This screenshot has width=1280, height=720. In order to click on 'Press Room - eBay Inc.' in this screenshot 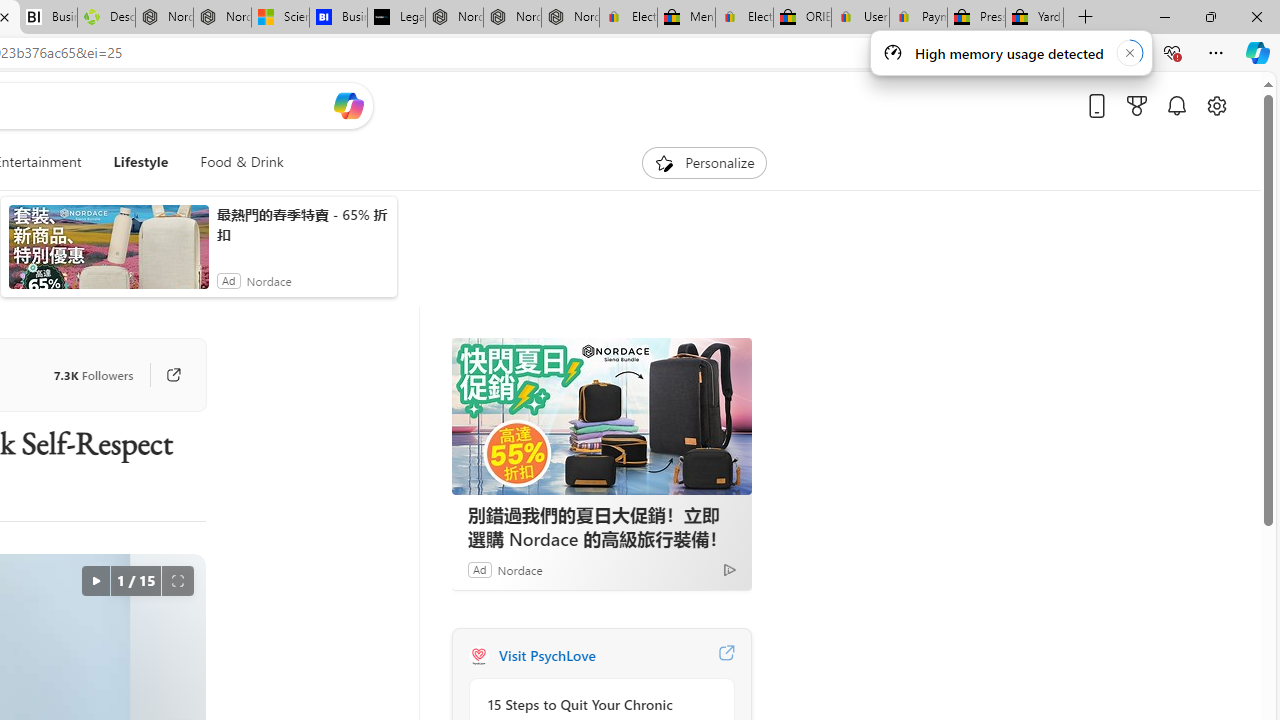, I will do `click(976, 17)`.